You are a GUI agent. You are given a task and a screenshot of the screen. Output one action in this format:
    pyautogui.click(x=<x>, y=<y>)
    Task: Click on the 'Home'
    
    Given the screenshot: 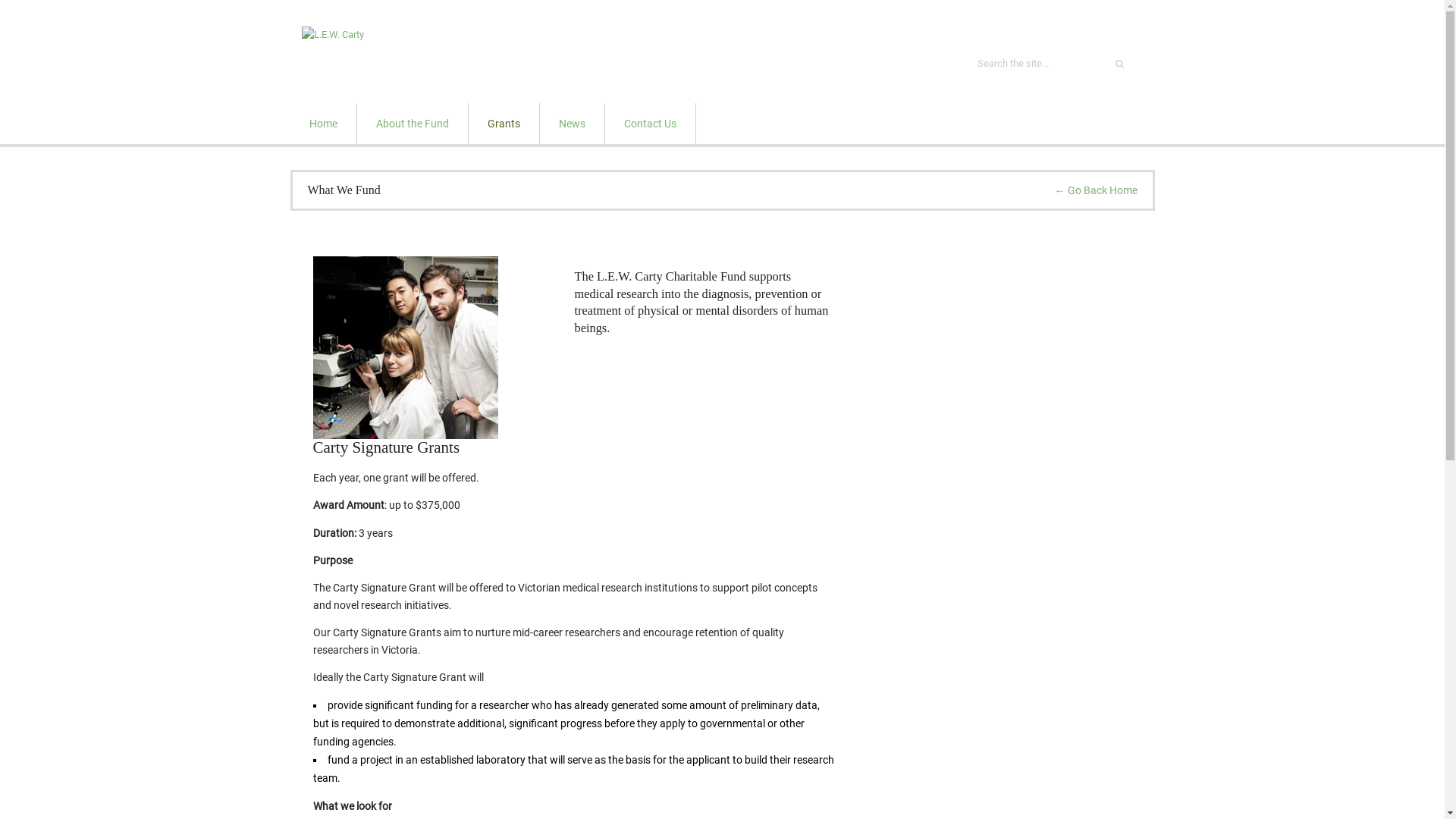 What is the action you would take?
    pyautogui.click(x=322, y=122)
    